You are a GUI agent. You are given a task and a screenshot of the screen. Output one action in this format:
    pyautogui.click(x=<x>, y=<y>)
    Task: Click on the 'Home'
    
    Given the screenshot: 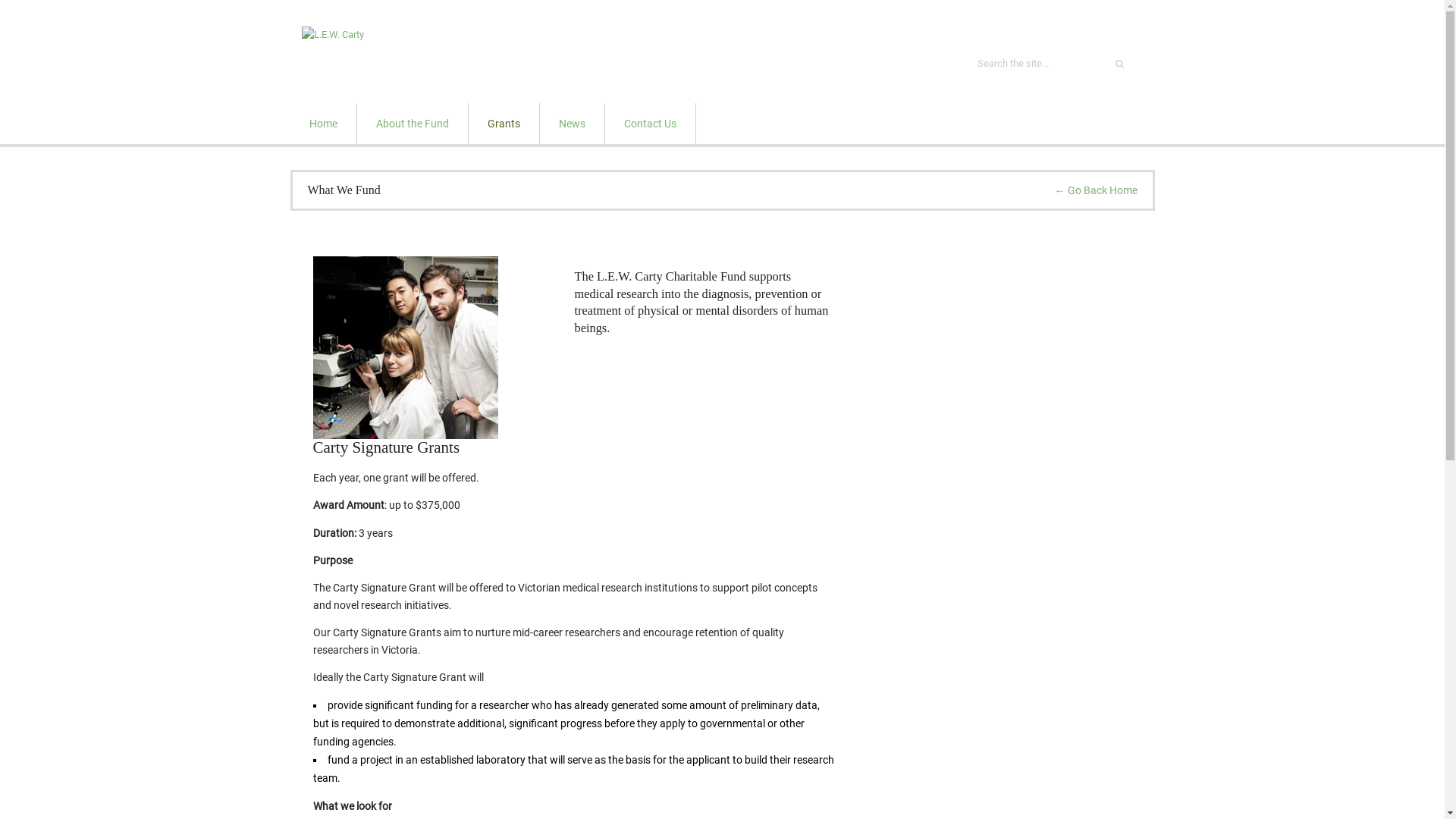 What is the action you would take?
    pyautogui.click(x=322, y=122)
    